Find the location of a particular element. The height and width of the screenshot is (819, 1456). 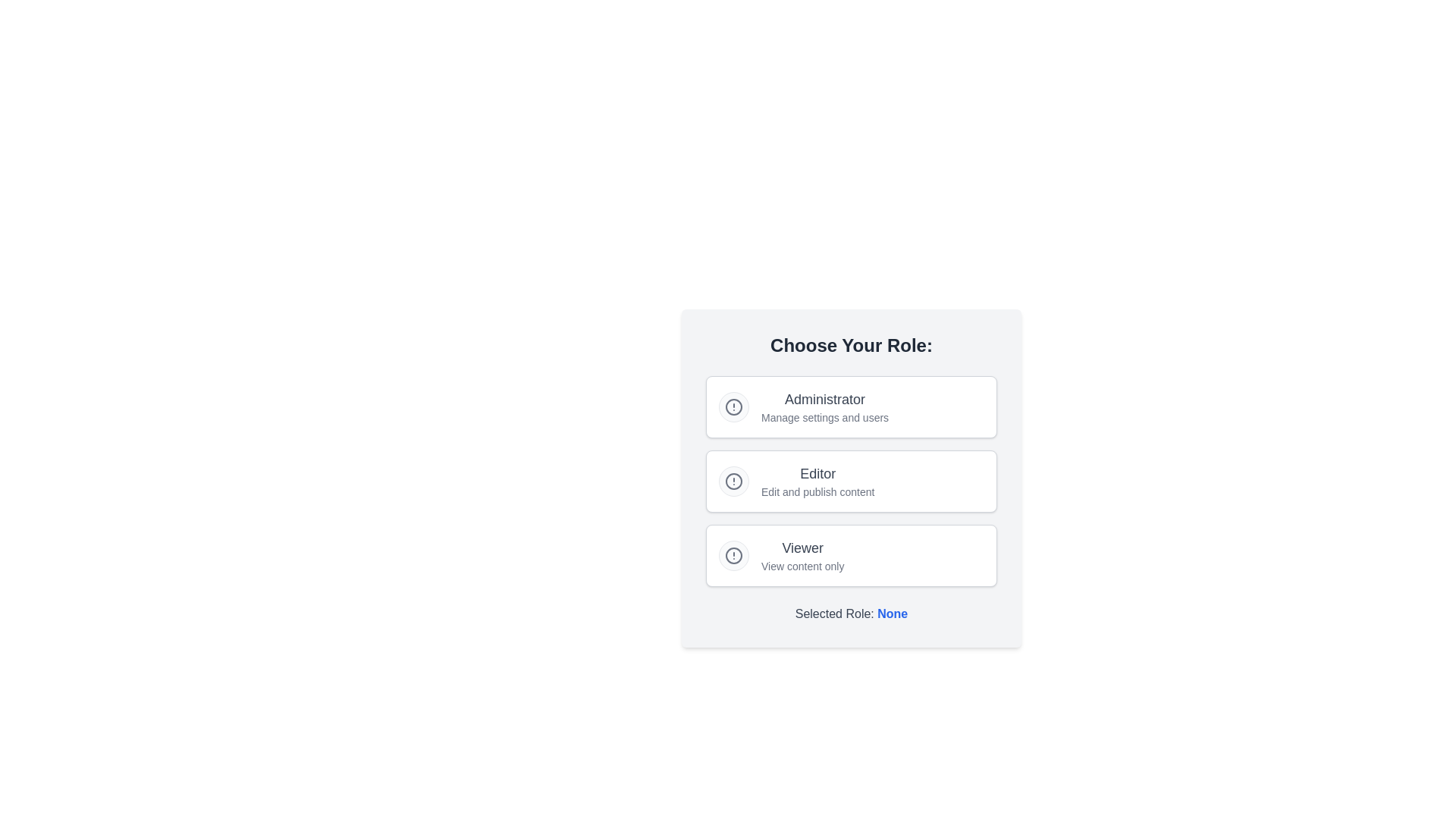

the 'Administrator' role information text display located in the central panel beneath the header 'Choose Your Role:' is located at coordinates (824, 406).